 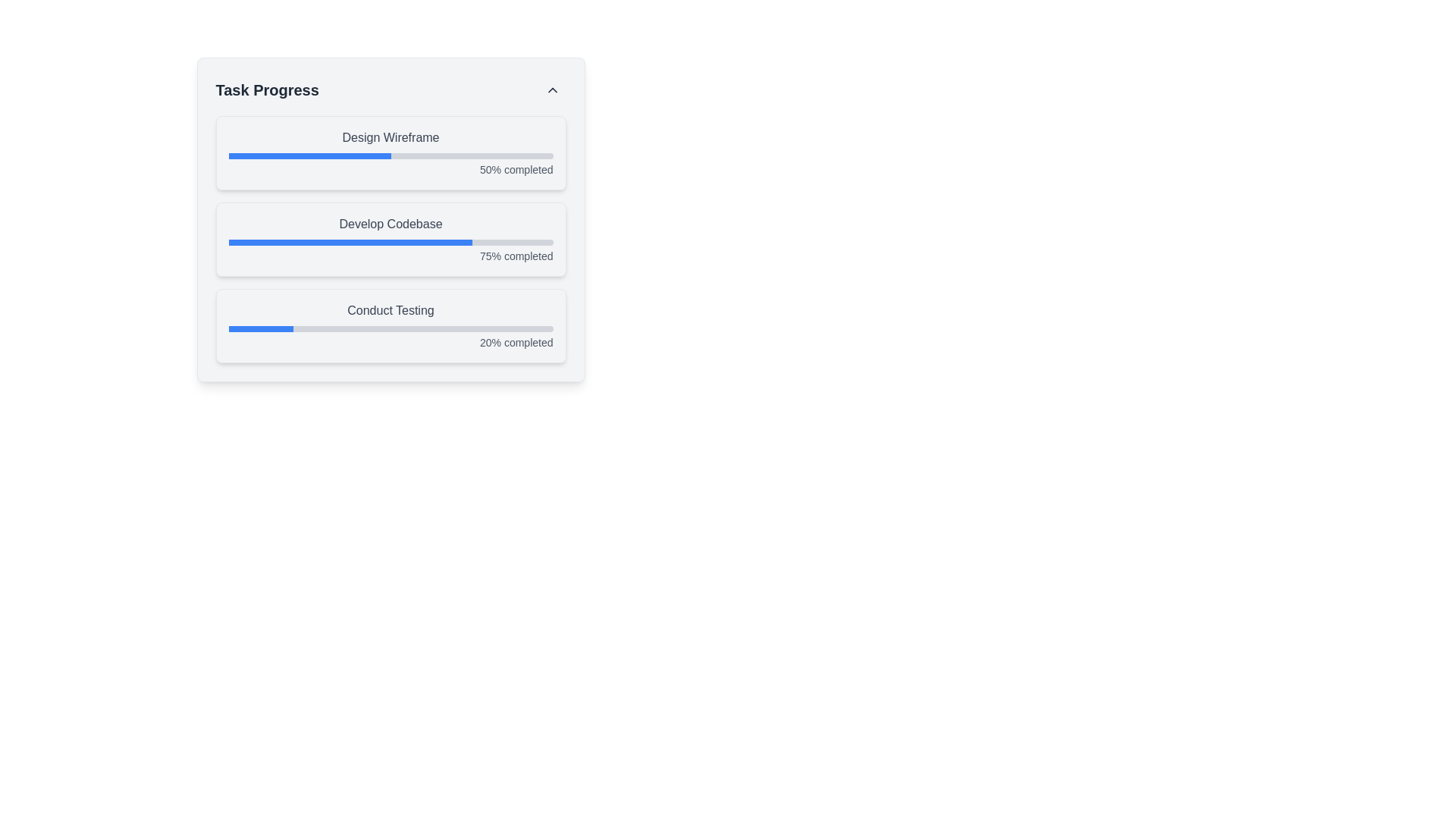 What do you see at coordinates (391, 137) in the screenshot?
I see `the 'Design Wireframe' text label, which is a gray font label positioned above a progress bar and the text '50% completed'` at bounding box center [391, 137].